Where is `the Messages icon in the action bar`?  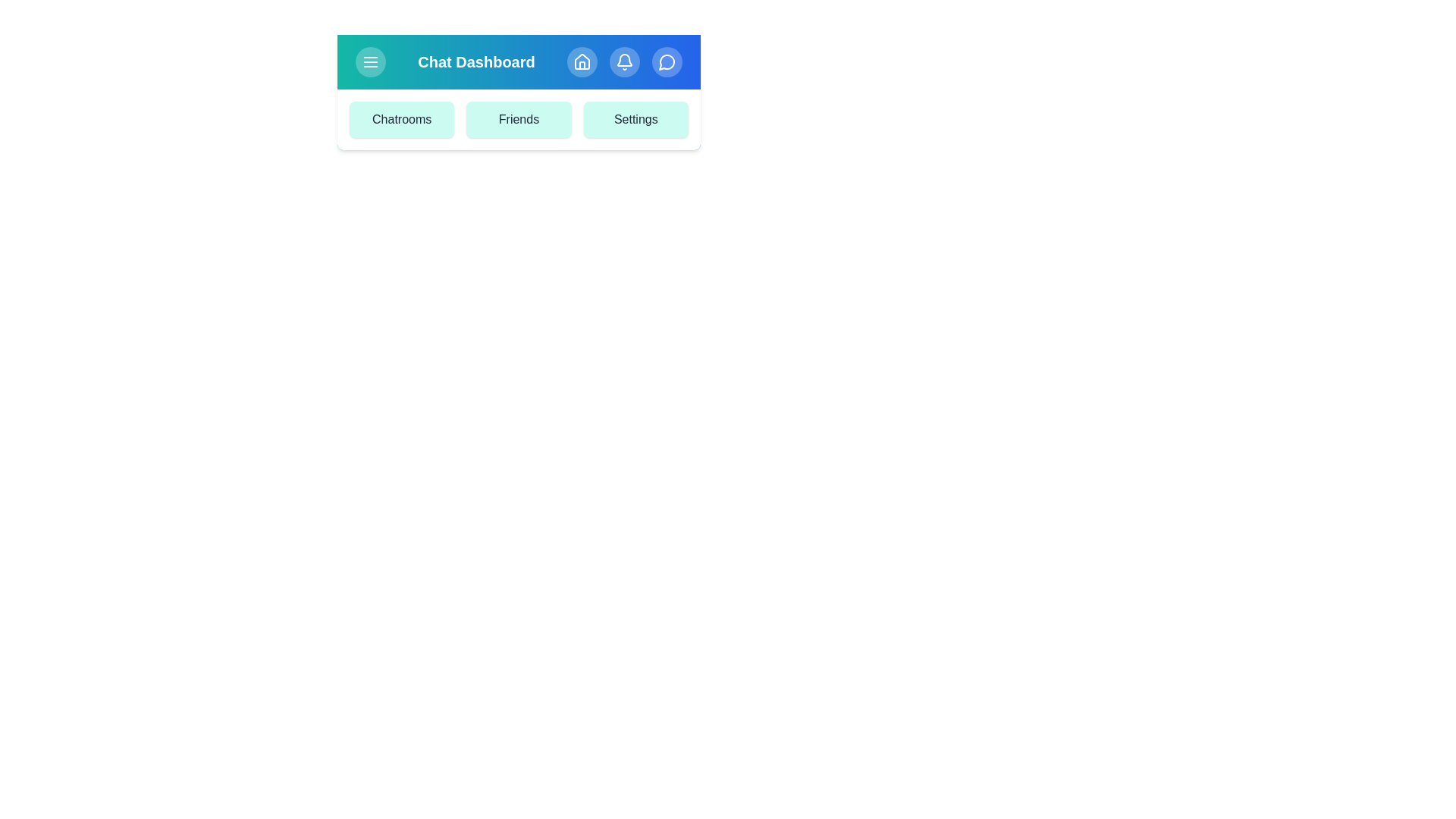
the Messages icon in the action bar is located at coordinates (667, 61).